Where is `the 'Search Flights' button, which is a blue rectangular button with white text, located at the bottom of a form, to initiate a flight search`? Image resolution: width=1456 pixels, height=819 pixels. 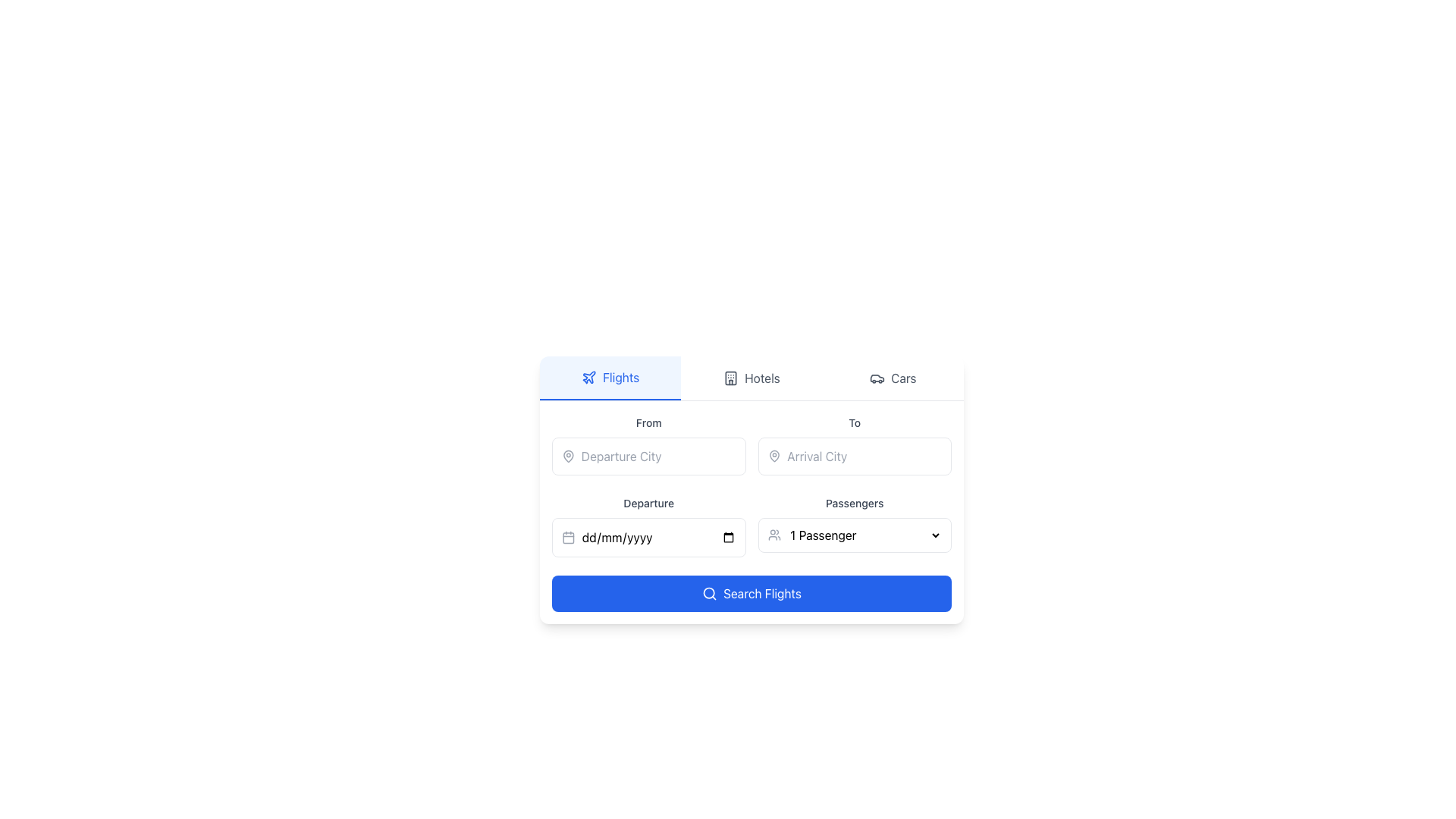
the 'Search Flights' button, which is a blue rectangular button with white text, located at the bottom of a form, to initiate a flight search is located at coordinates (762, 593).